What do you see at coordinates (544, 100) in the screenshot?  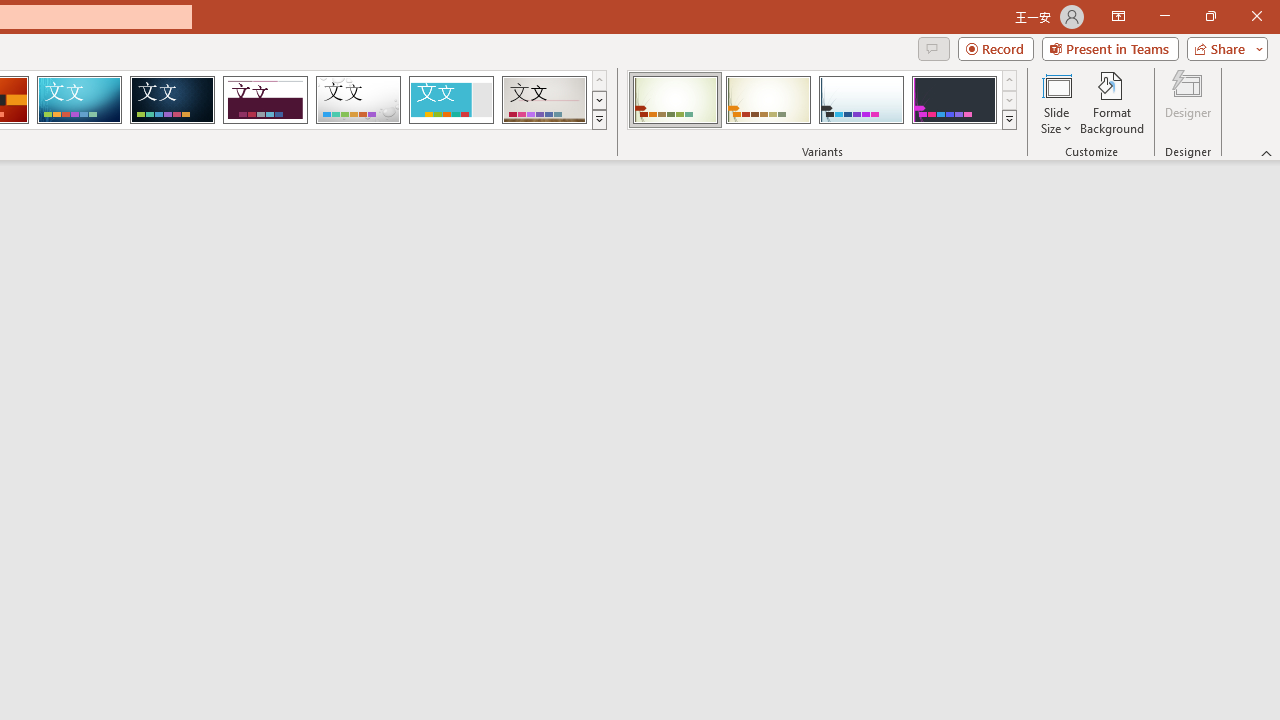 I see `'Gallery Loading Preview...'` at bounding box center [544, 100].